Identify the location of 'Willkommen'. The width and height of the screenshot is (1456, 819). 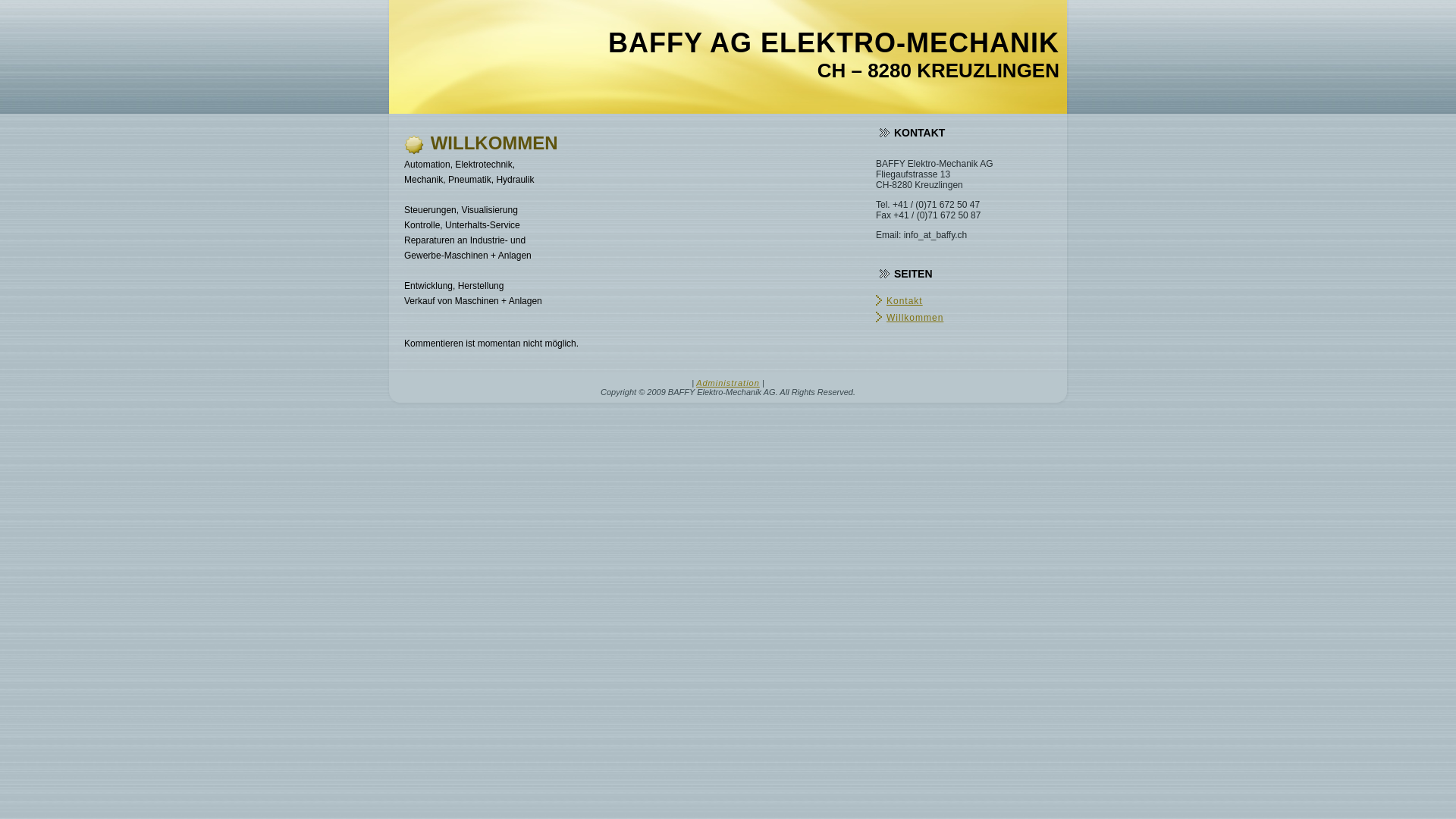
(914, 317).